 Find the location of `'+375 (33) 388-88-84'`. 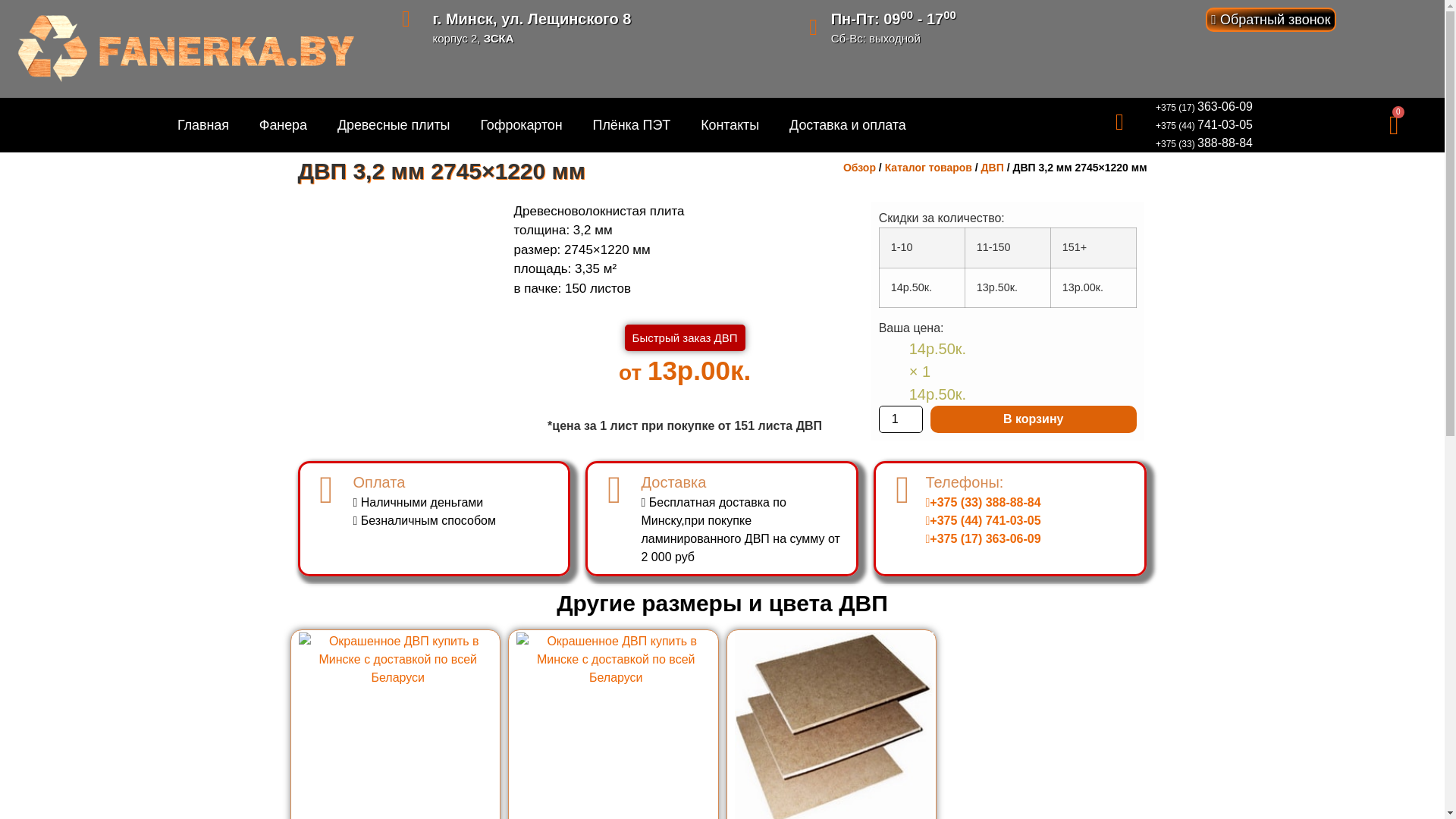

'+375 (33) 388-88-84' is located at coordinates (1203, 143).